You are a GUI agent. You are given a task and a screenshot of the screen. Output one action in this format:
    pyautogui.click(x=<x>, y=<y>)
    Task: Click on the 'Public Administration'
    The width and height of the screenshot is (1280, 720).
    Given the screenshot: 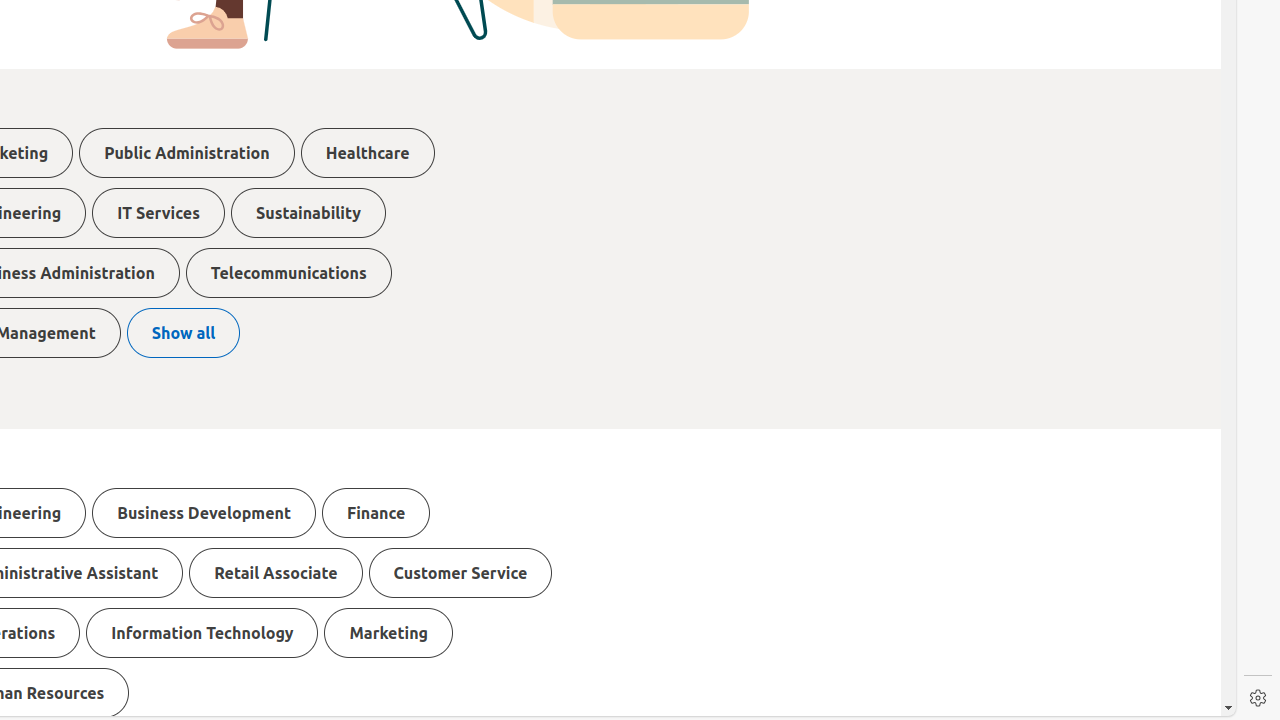 What is the action you would take?
    pyautogui.click(x=187, y=152)
    